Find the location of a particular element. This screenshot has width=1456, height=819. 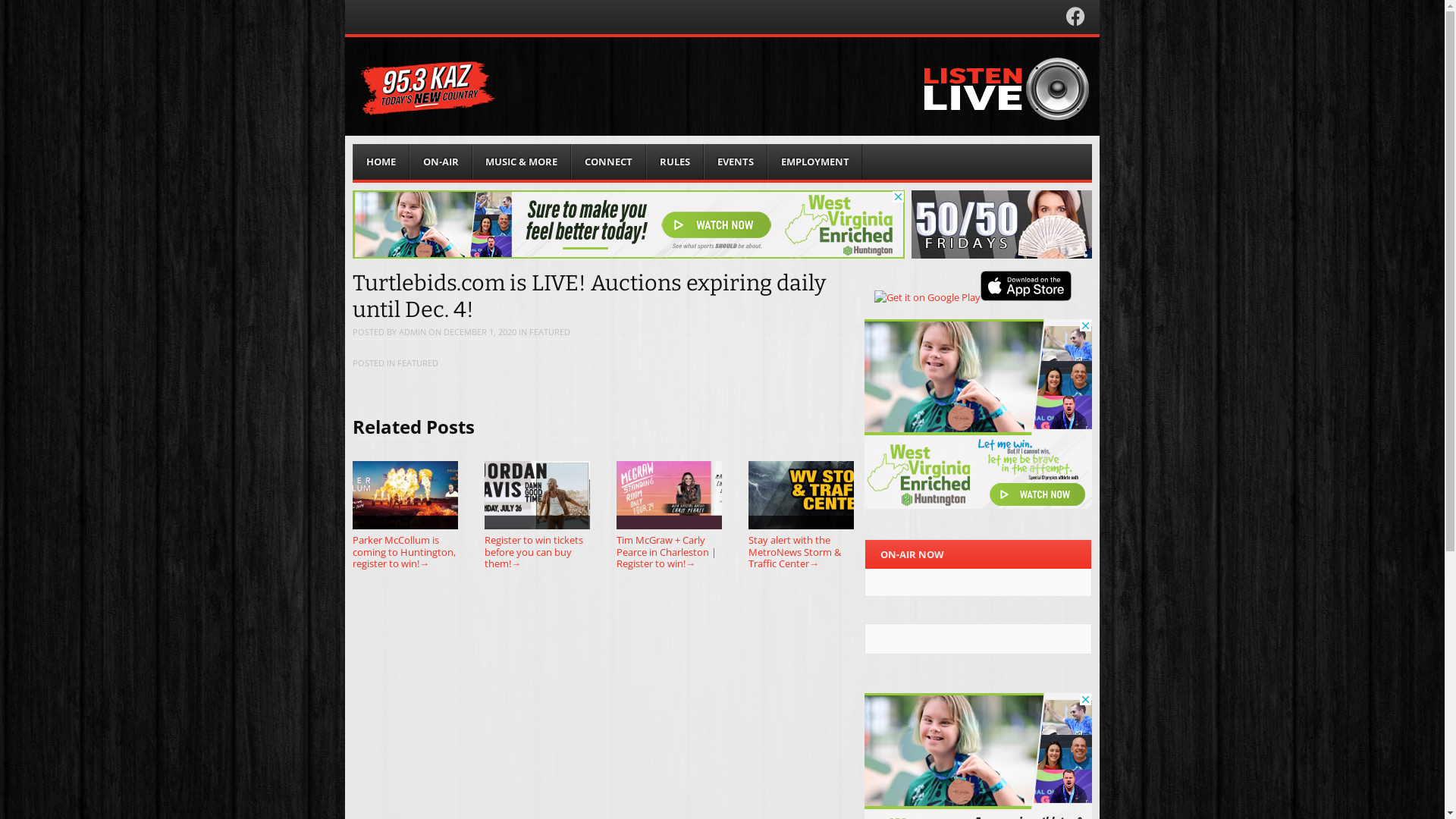

'ADMIN' is located at coordinates (412, 331).